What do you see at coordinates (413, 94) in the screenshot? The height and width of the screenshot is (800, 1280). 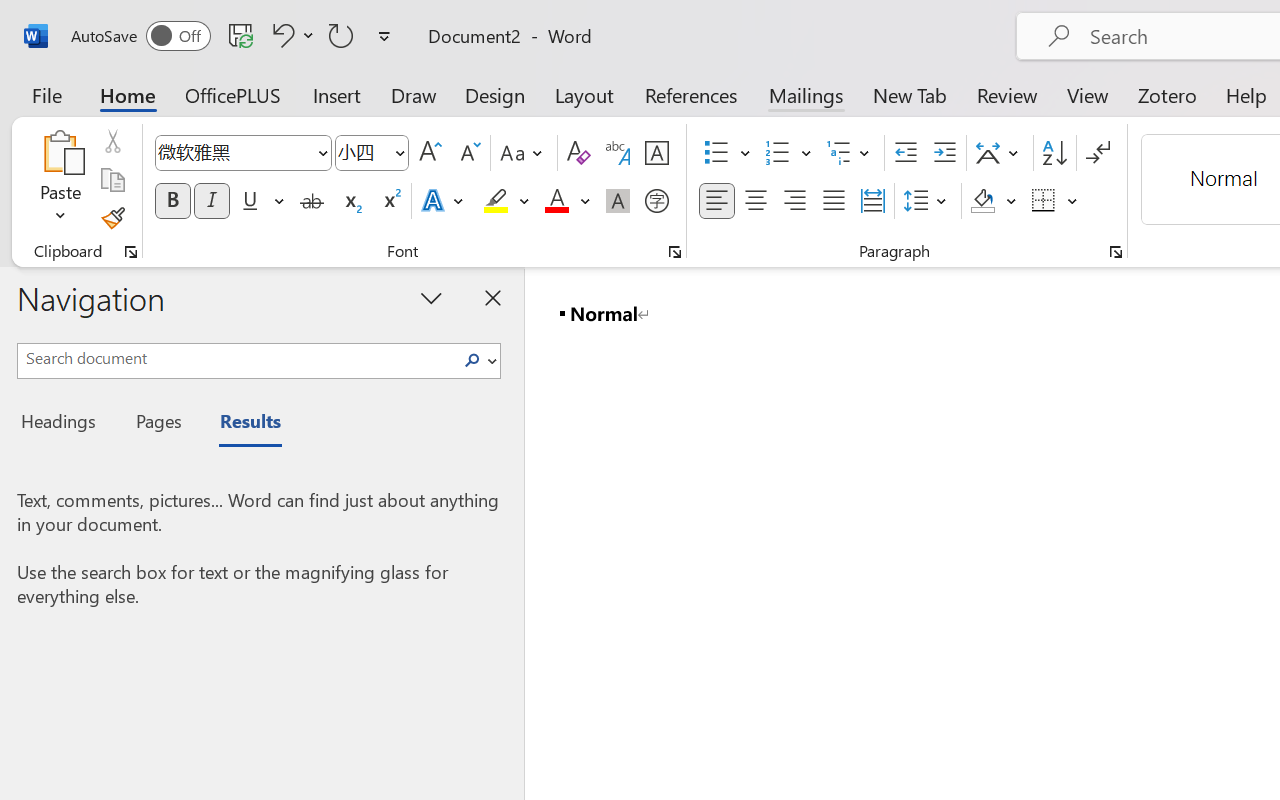 I see `'Draw'` at bounding box center [413, 94].